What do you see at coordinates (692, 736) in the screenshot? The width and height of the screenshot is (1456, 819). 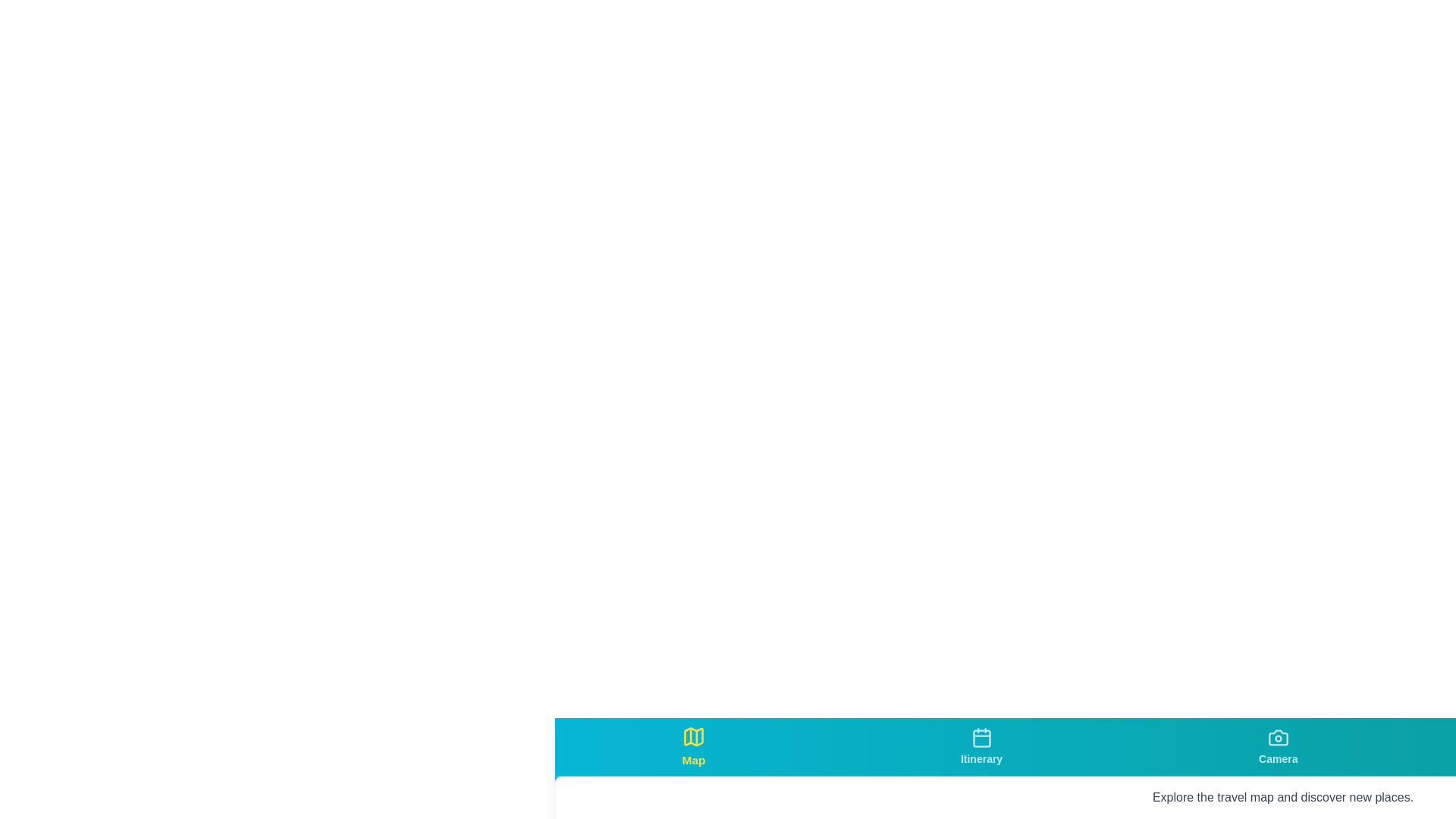 I see `the active tab's icon to confirm its selection` at bounding box center [692, 736].